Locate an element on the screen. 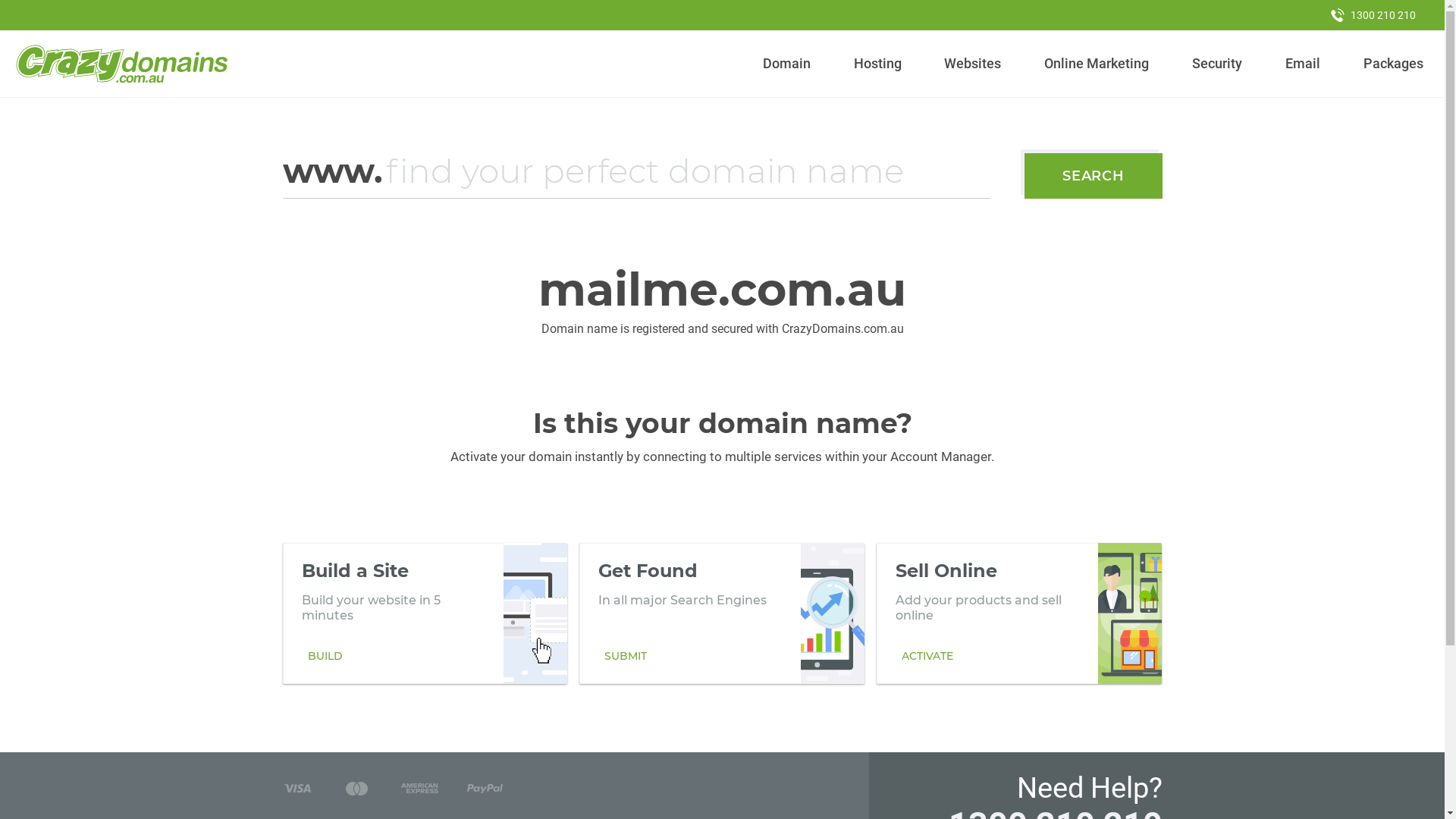 The image size is (1456, 819). 'Websites' is located at coordinates (972, 63).